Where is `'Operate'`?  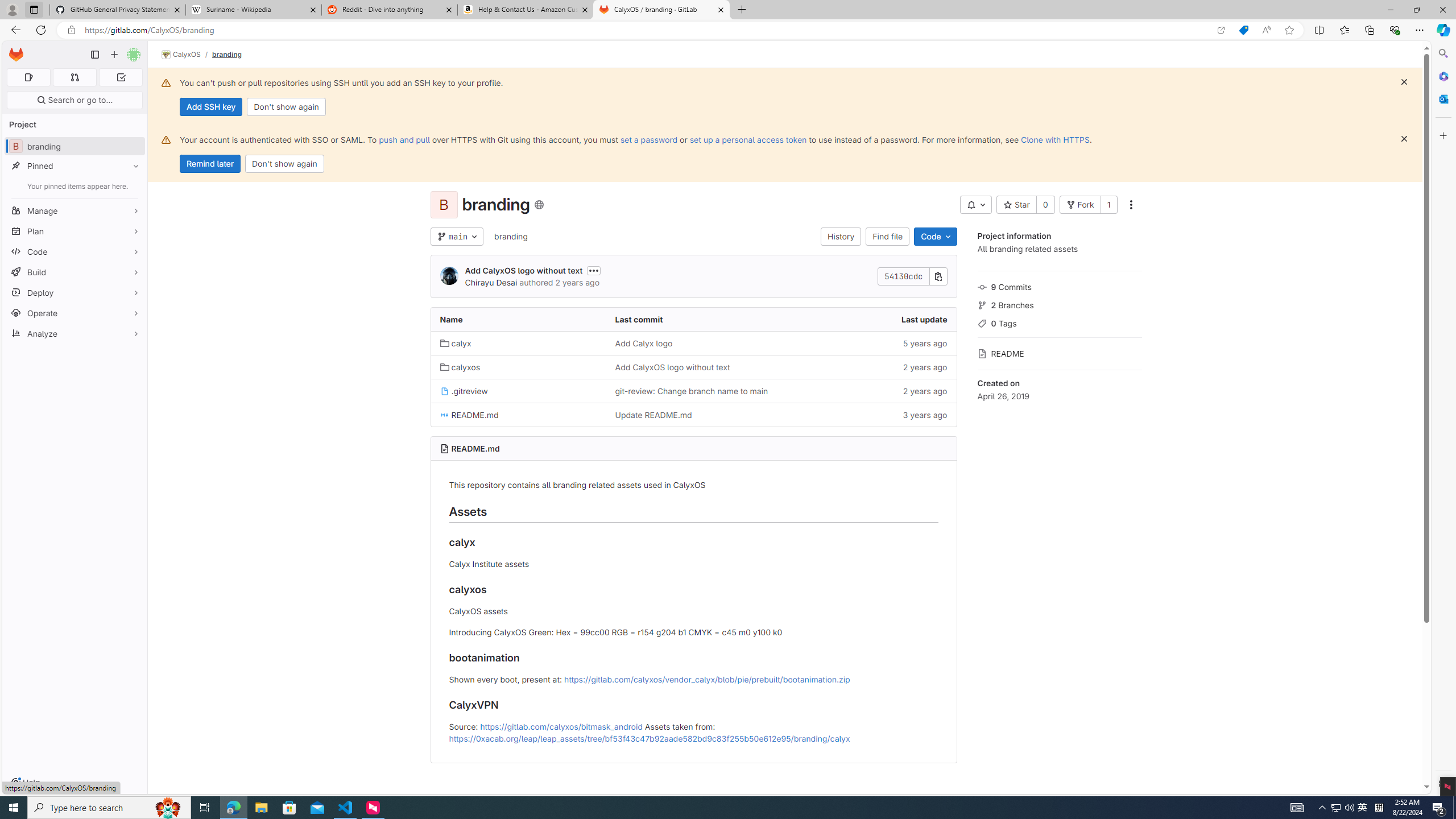 'Operate' is located at coordinates (74, 312).